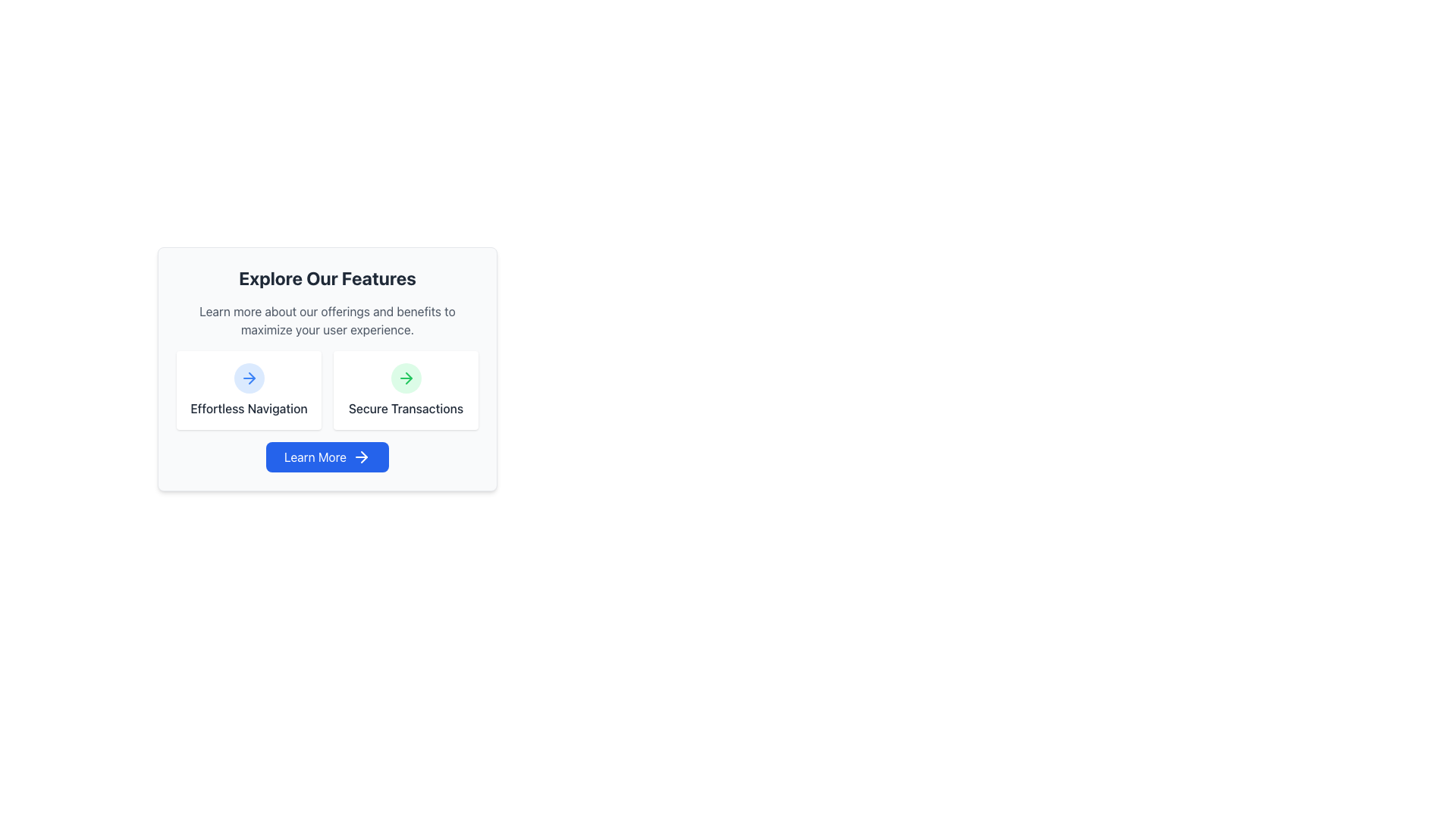 Image resolution: width=1456 pixels, height=819 pixels. What do you see at coordinates (251, 377) in the screenshot?
I see `the arrow-shaped SVG graphic component located at the right side of the 'Learn More' button at the bottom of the information card` at bounding box center [251, 377].